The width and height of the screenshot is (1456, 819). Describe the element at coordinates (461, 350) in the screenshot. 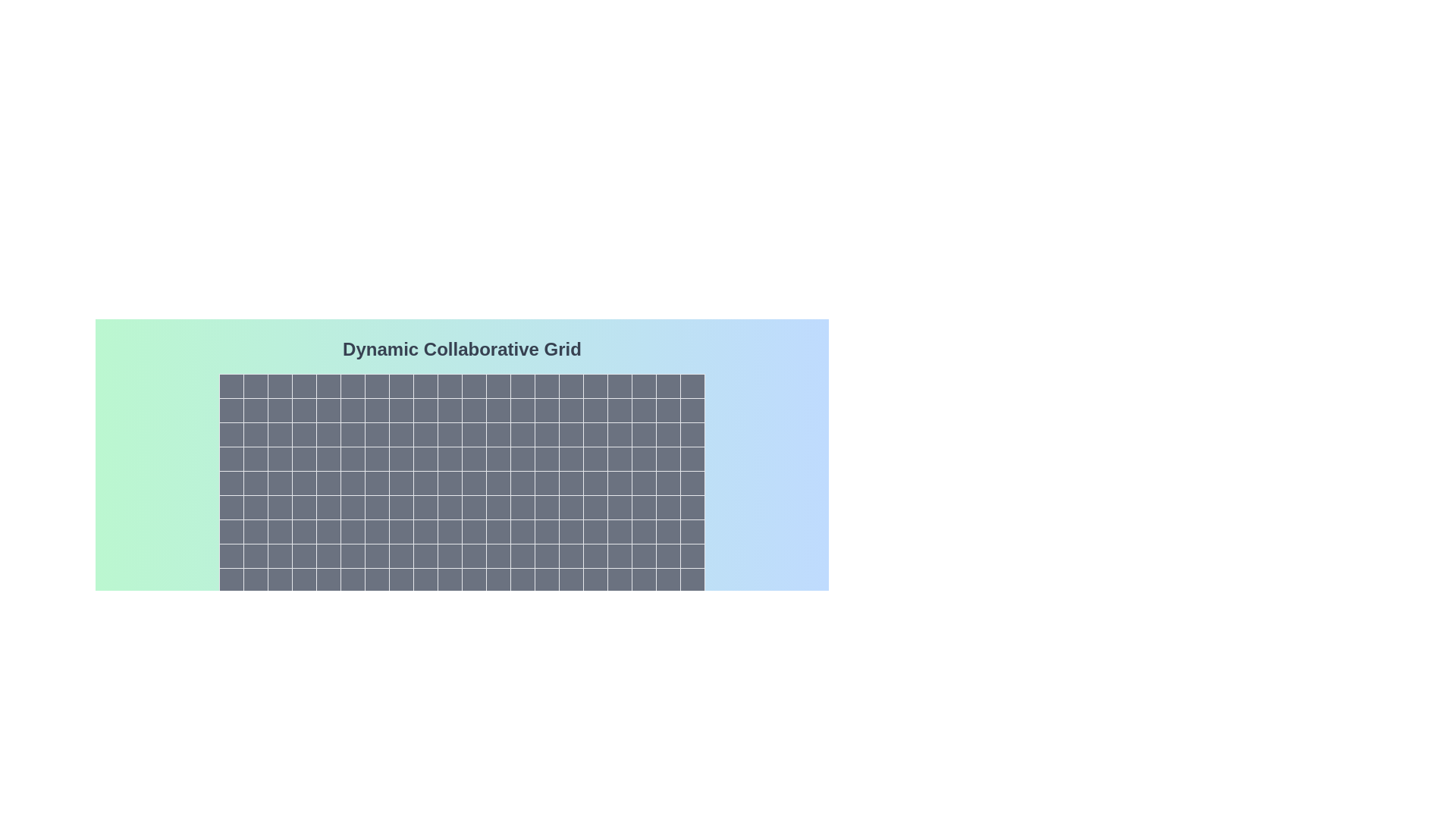

I see `the grid title text 'Dynamic Collaborative Grid'` at that location.